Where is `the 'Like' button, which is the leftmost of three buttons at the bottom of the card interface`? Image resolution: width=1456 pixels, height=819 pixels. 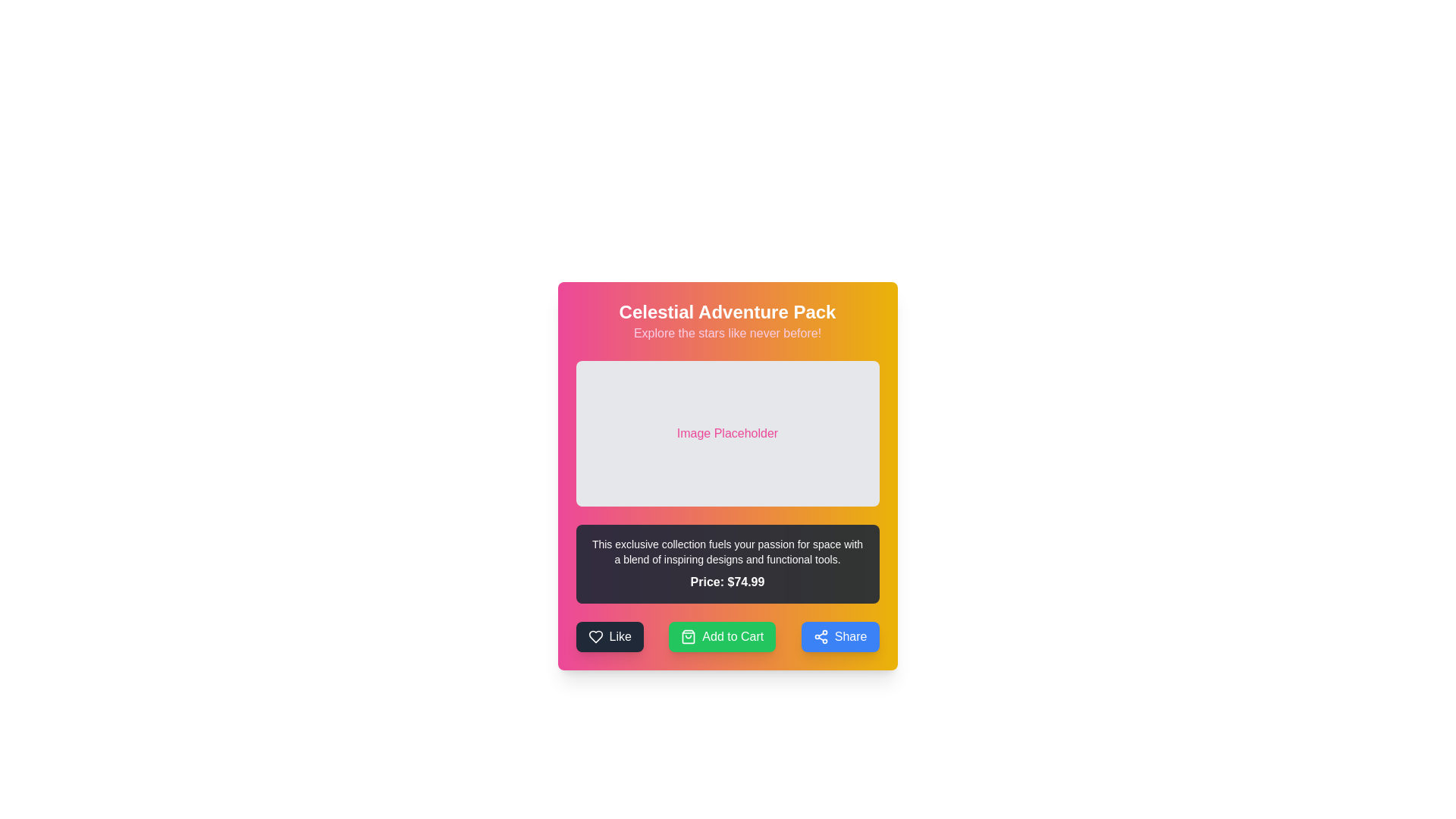
the 'Like' button, which is the leftmost of three buttons at the bottom of the card interface is located at coordinates (610, 637).